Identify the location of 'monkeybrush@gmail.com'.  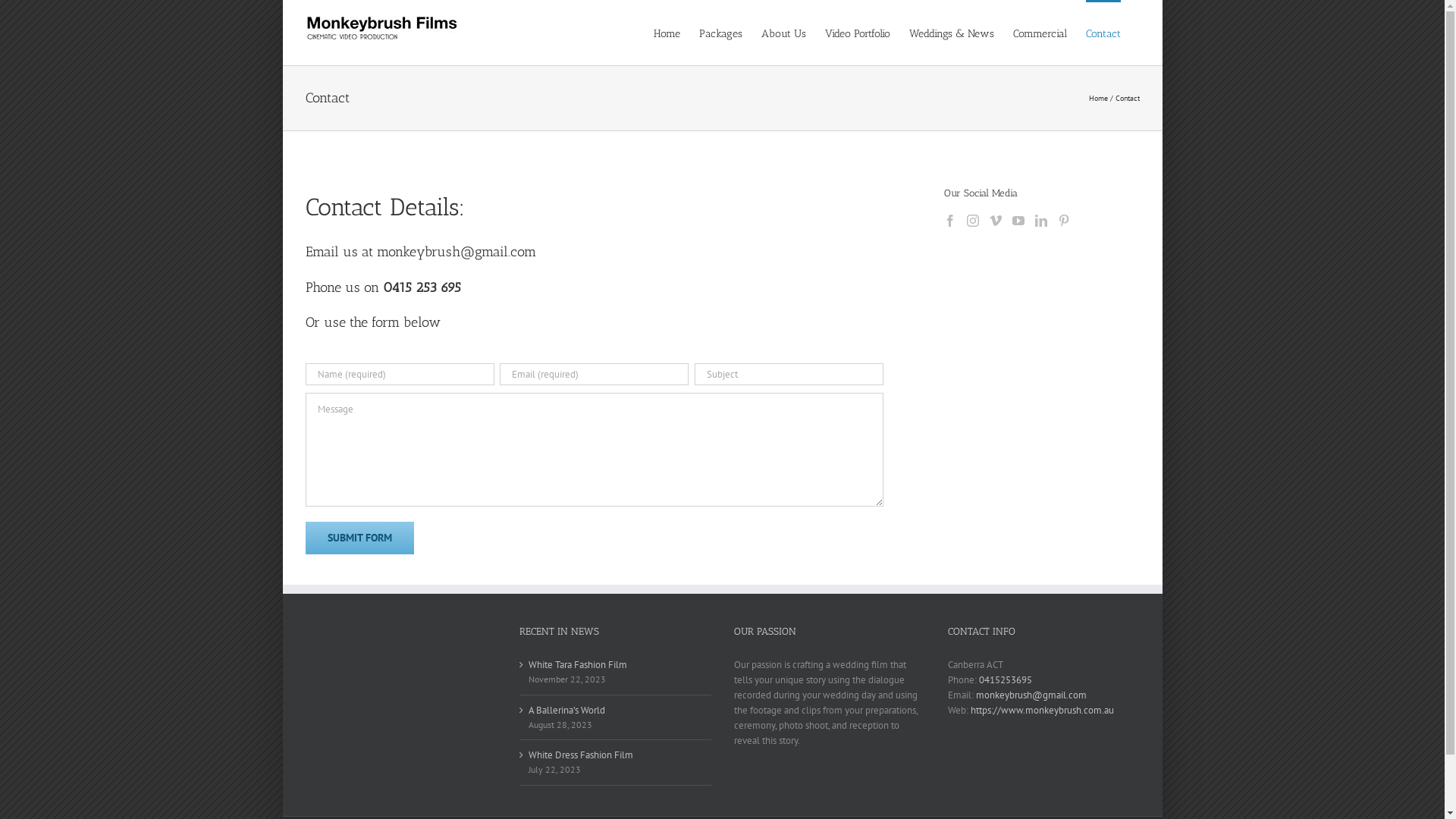
(1031, 695).